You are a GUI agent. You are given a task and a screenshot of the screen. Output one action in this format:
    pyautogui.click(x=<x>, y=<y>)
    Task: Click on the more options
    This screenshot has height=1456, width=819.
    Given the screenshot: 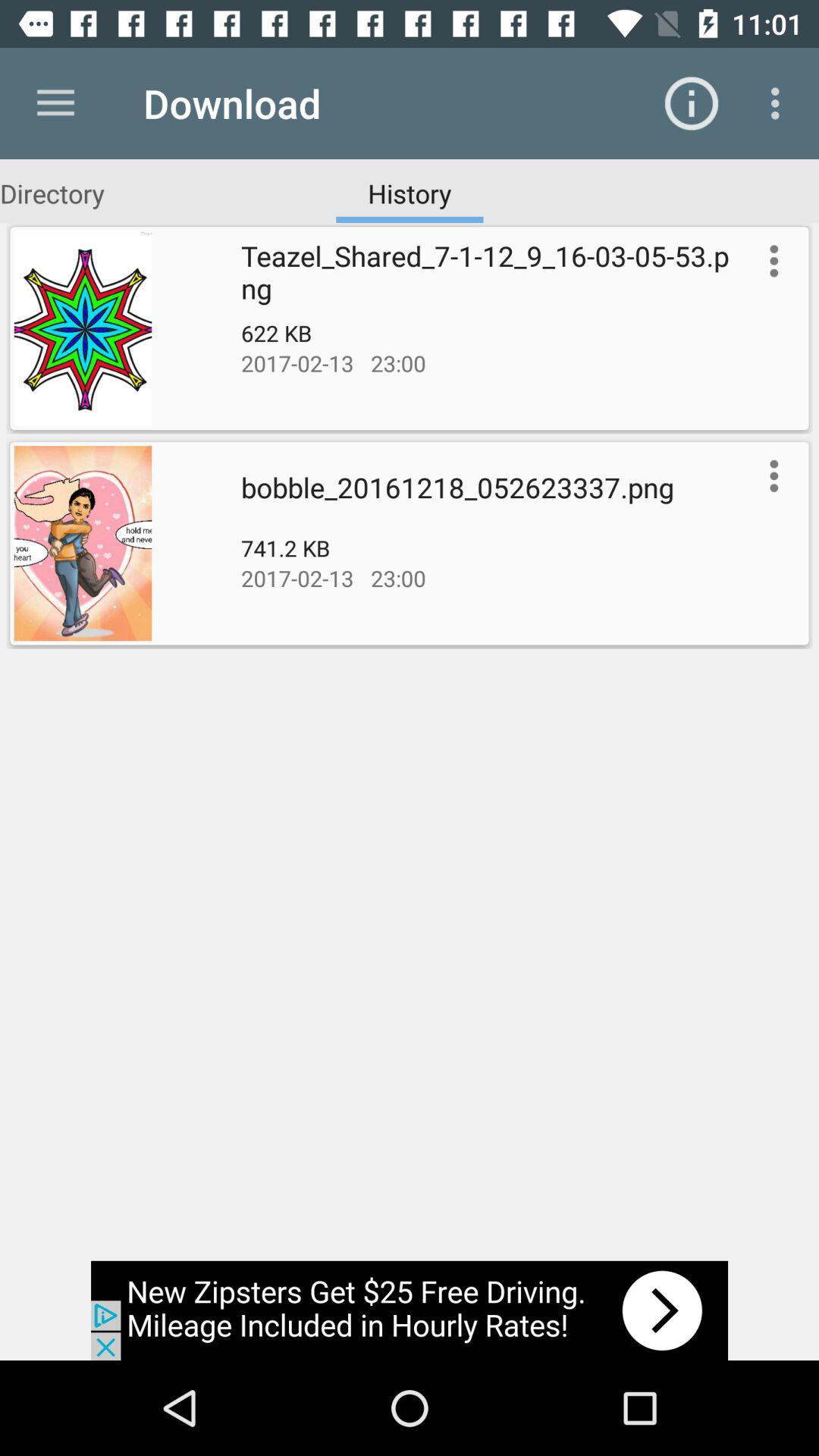 What is the action you would take?
    pyautogui.click(x=770, y=475)
    